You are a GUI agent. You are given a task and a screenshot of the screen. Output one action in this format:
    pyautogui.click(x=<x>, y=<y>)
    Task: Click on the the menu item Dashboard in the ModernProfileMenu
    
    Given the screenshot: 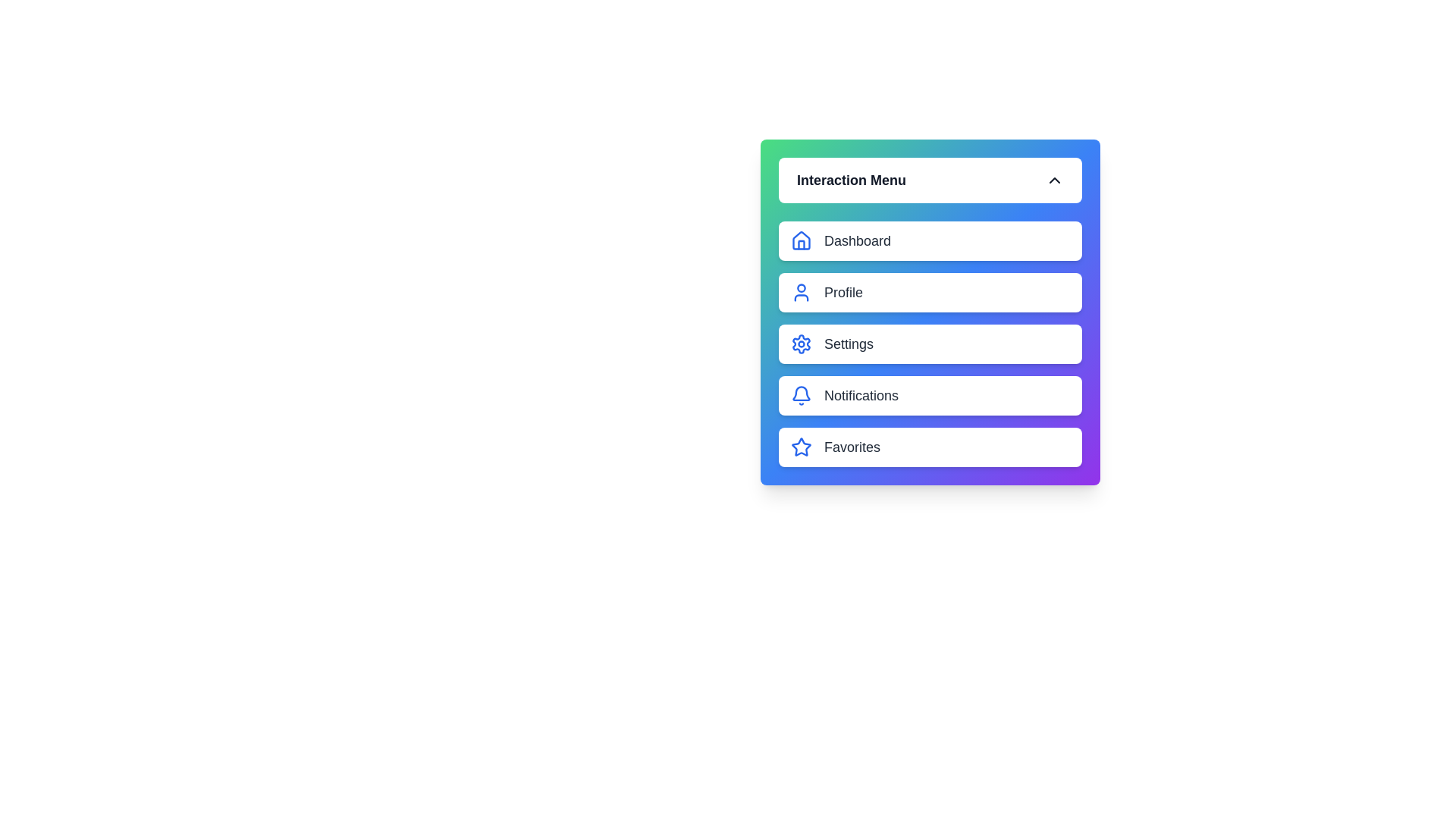 What is the action you would take?
    pyautogui.click(x=930, y=240)
    